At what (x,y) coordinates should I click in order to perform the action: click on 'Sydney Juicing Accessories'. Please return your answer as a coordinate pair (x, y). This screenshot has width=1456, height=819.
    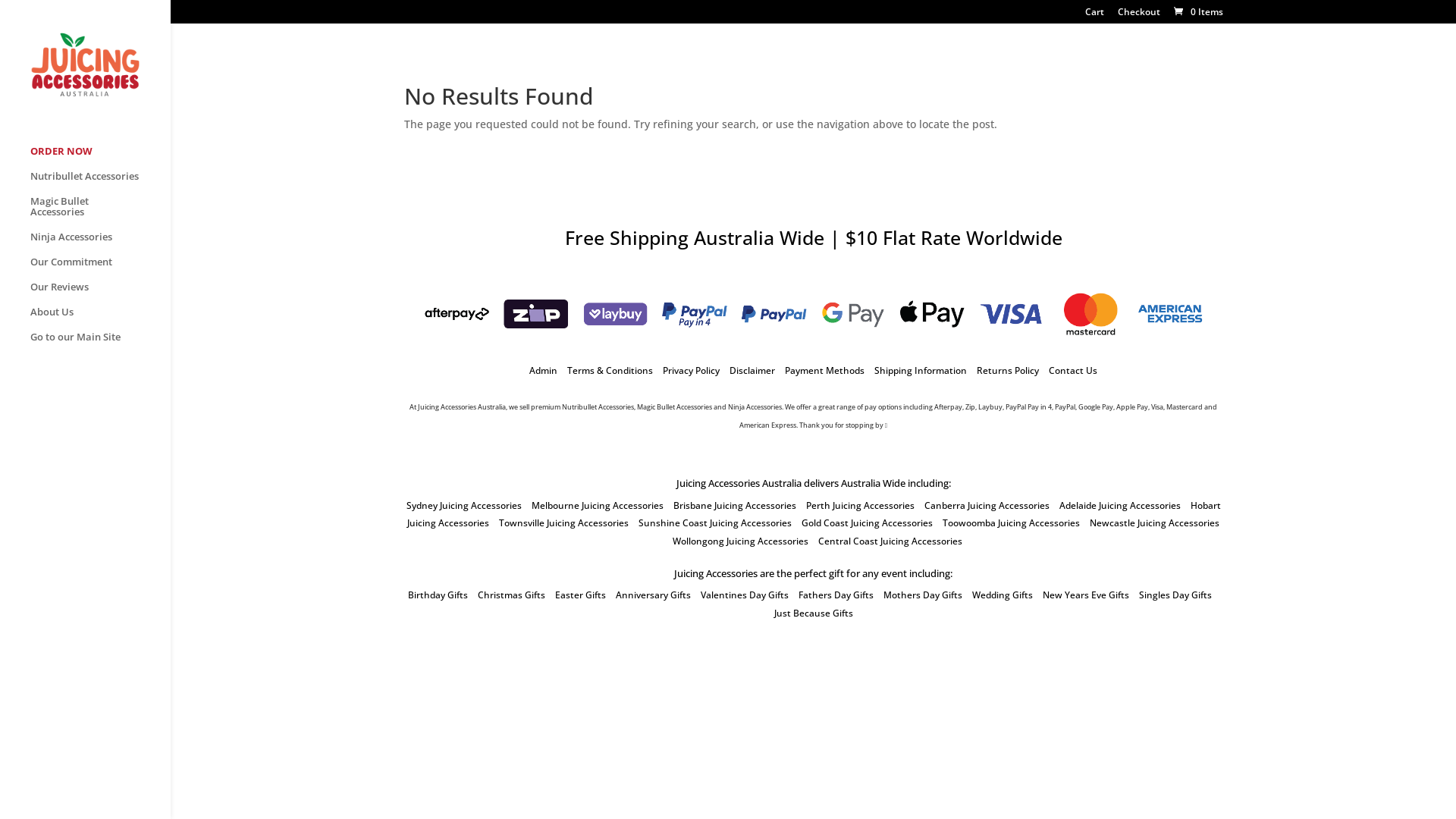
    Looking at the image, I should click on (406, 505).